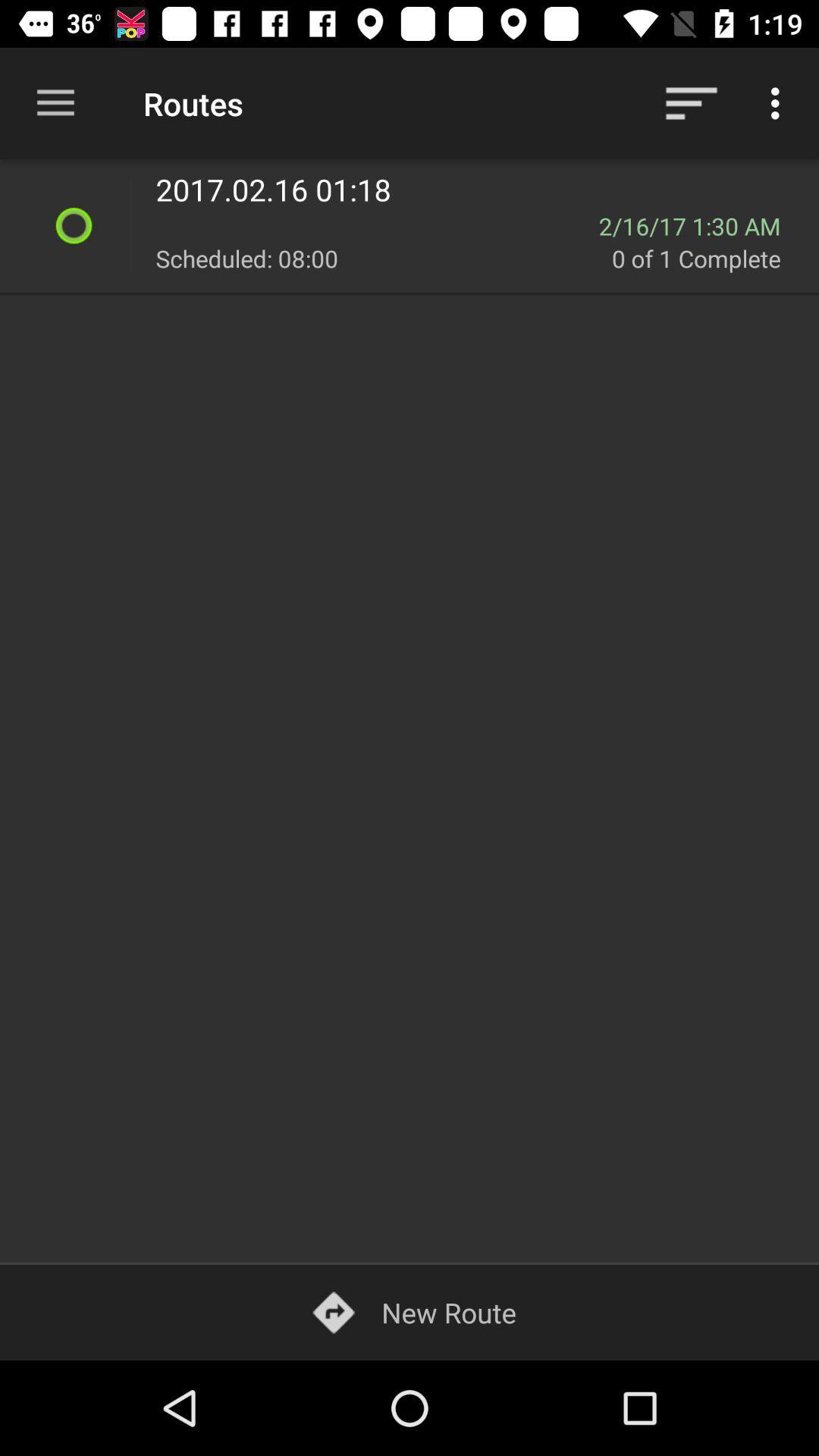  I want to click on item above 2017 02 16, so click(691, 102).